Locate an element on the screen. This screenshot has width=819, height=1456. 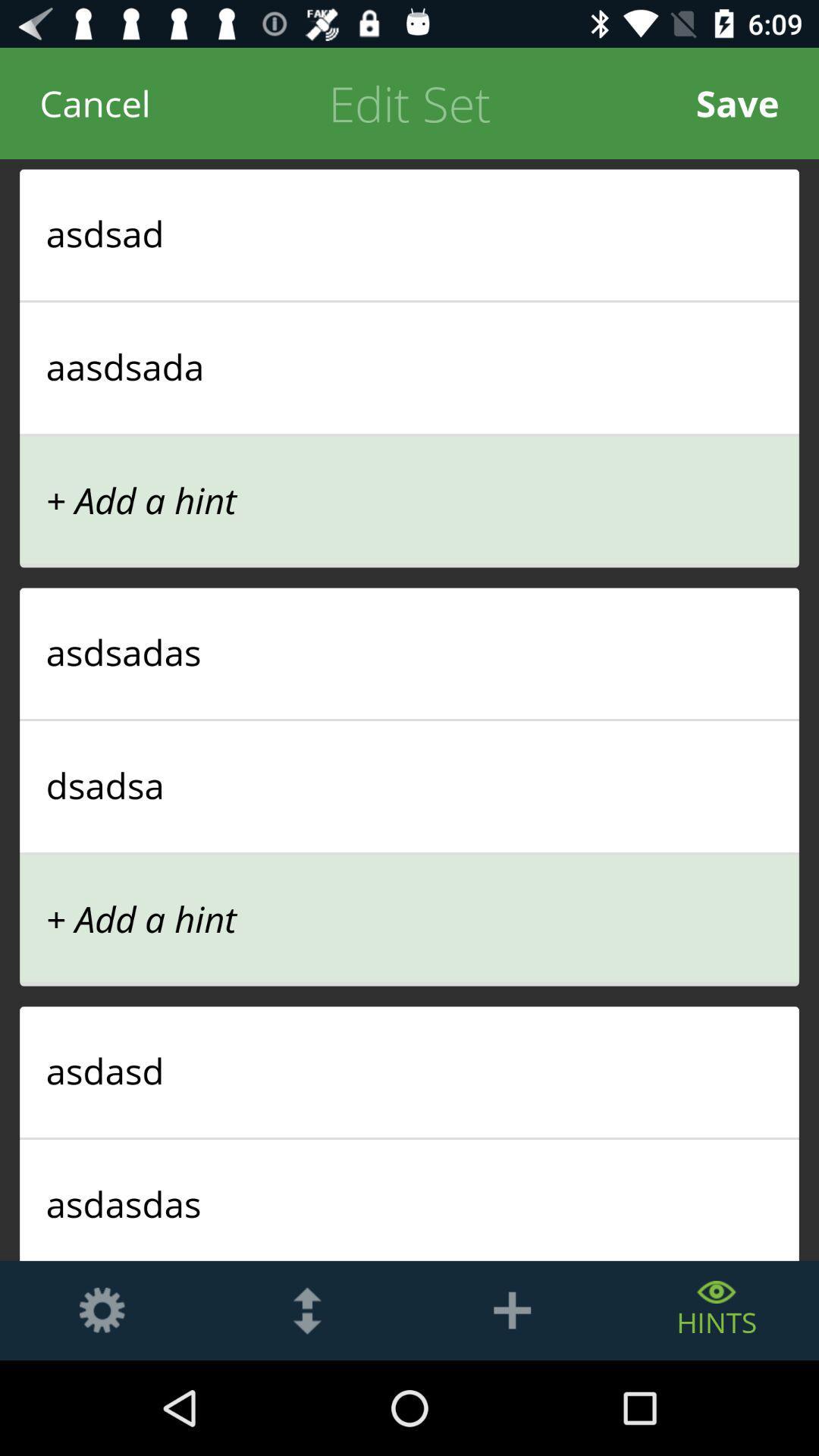
item below cancel item is located at coordinates (409, 232).